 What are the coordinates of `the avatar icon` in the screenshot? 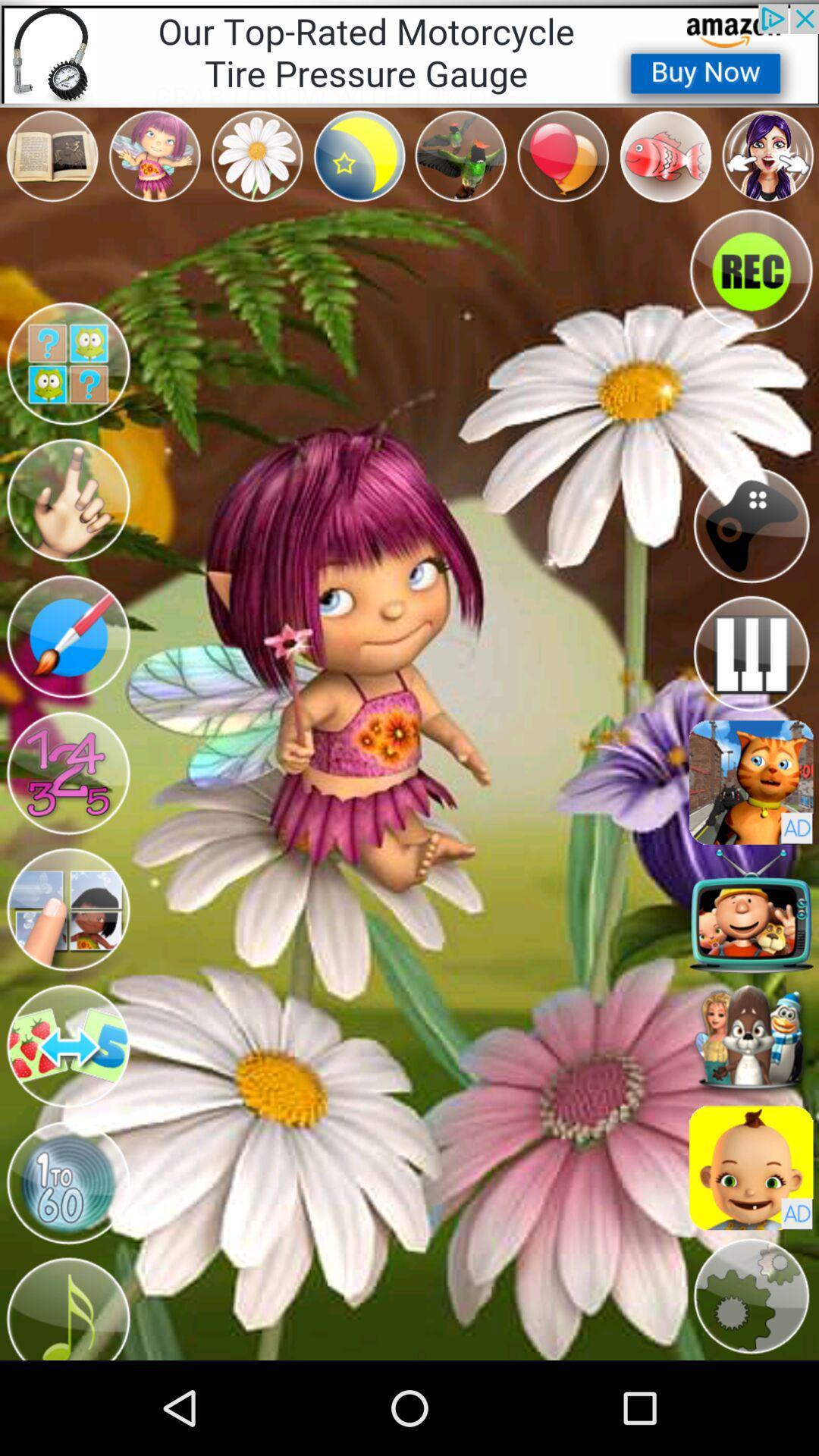 It's located at (67, 974).